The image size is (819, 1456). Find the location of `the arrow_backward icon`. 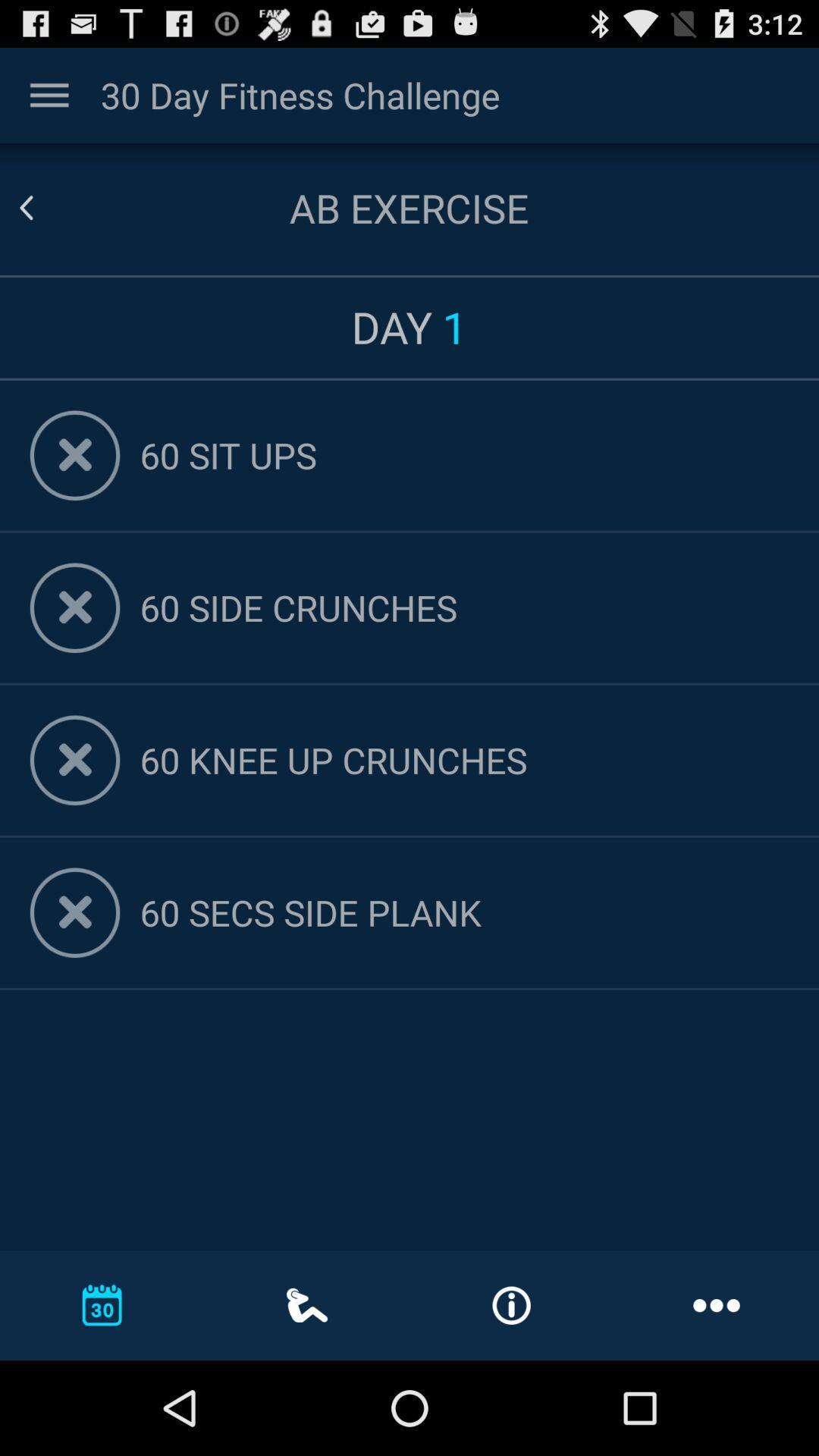

the arrow_backward icon is located at coordinates (44, 221).